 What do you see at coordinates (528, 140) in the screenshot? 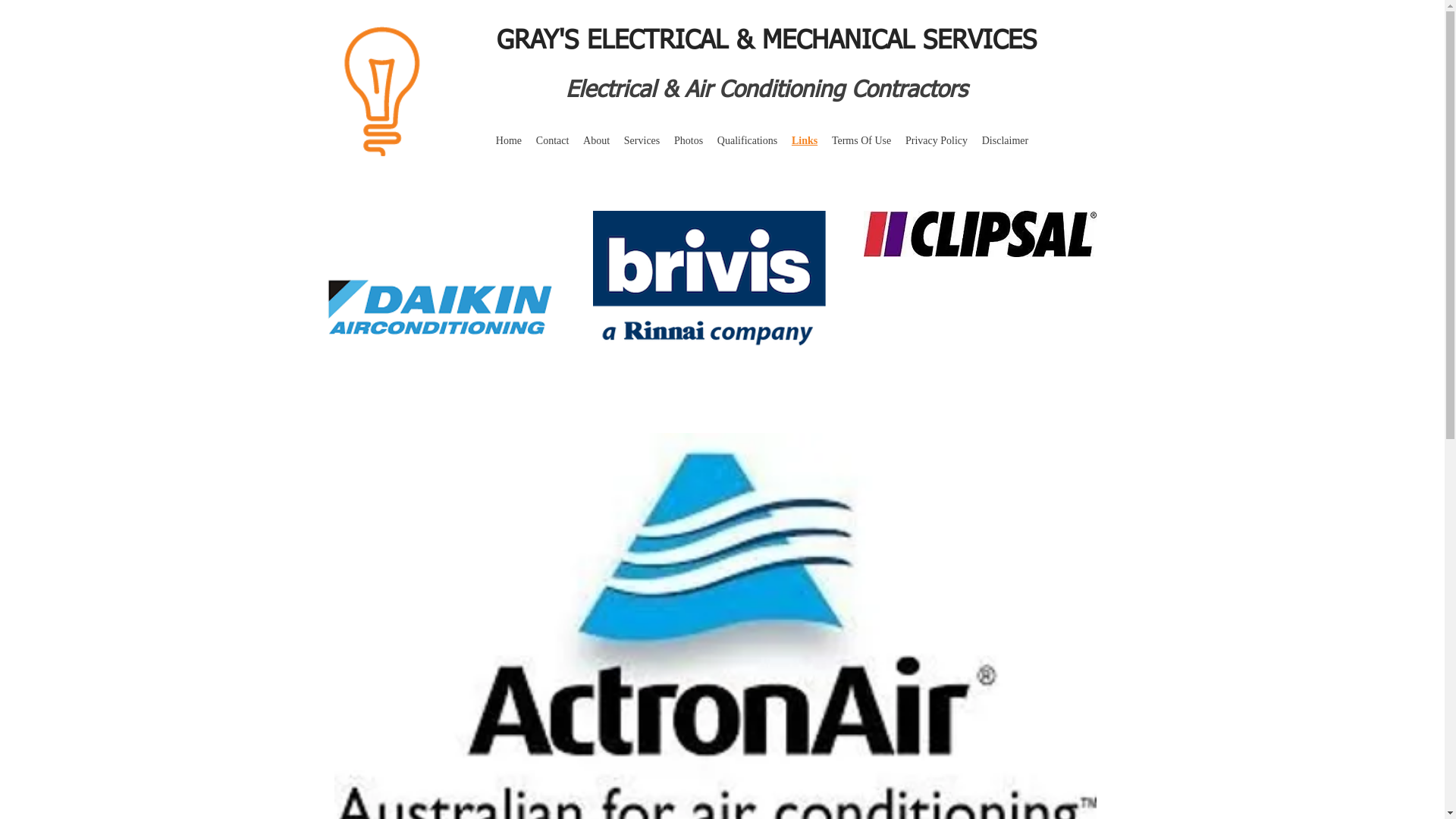
I see `'Contact'` at bounding box center [528, 140].